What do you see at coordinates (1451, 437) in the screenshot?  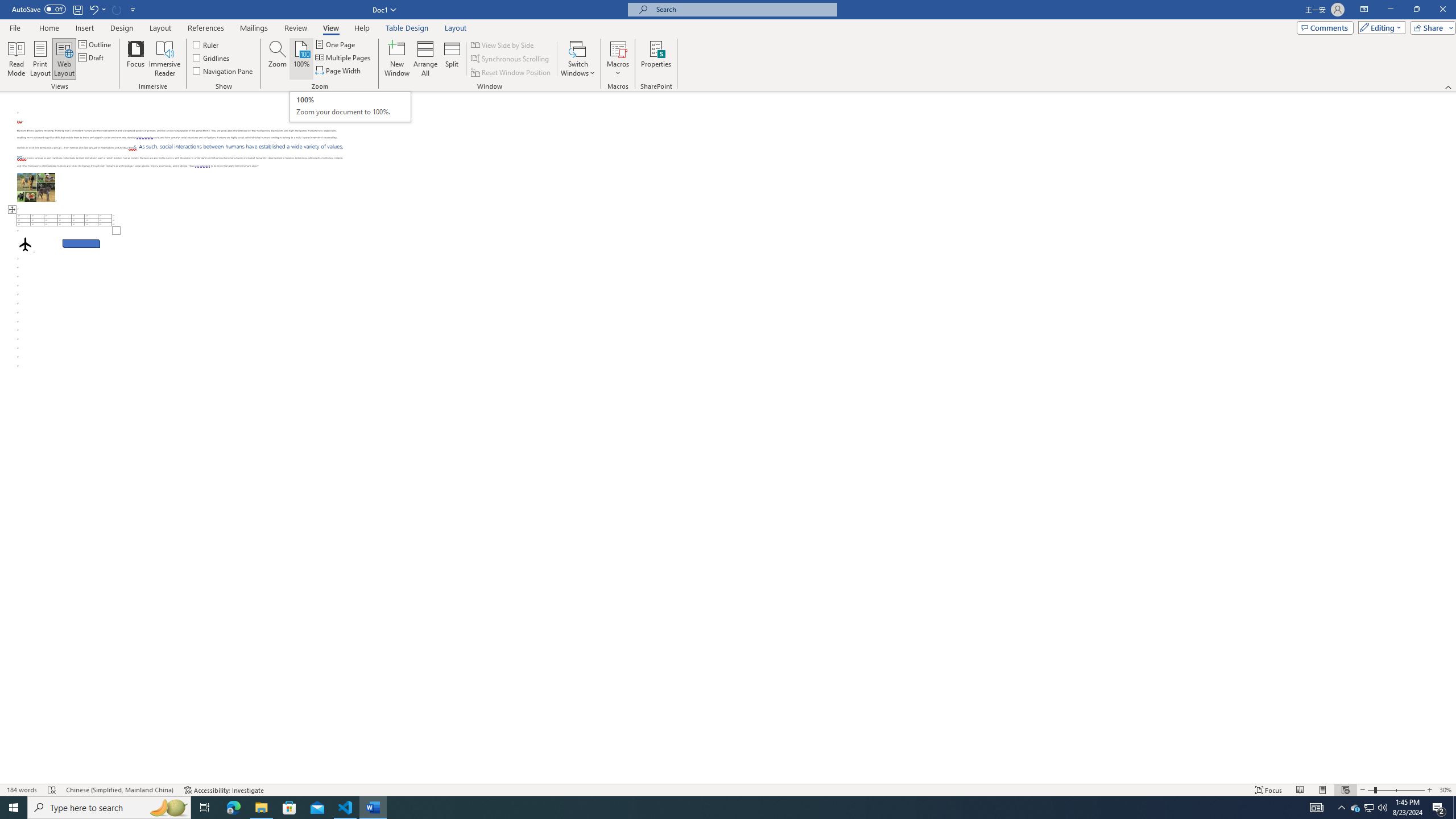 I see `'Class: NetUIScrollBar'` at bounding box center [1451, 437].